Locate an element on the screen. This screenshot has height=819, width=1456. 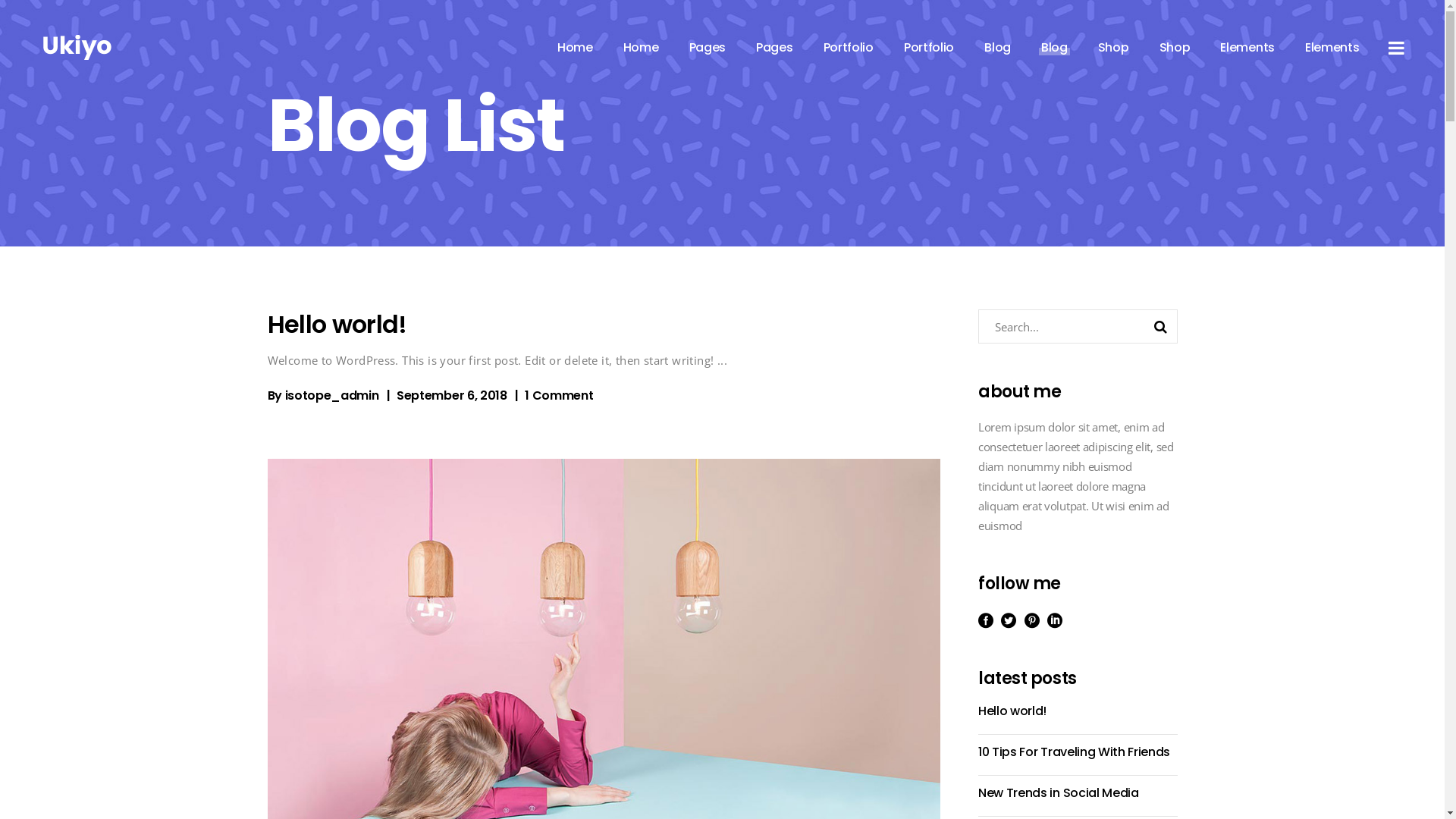
'Portfolio' is located at coordinates (847, 46).